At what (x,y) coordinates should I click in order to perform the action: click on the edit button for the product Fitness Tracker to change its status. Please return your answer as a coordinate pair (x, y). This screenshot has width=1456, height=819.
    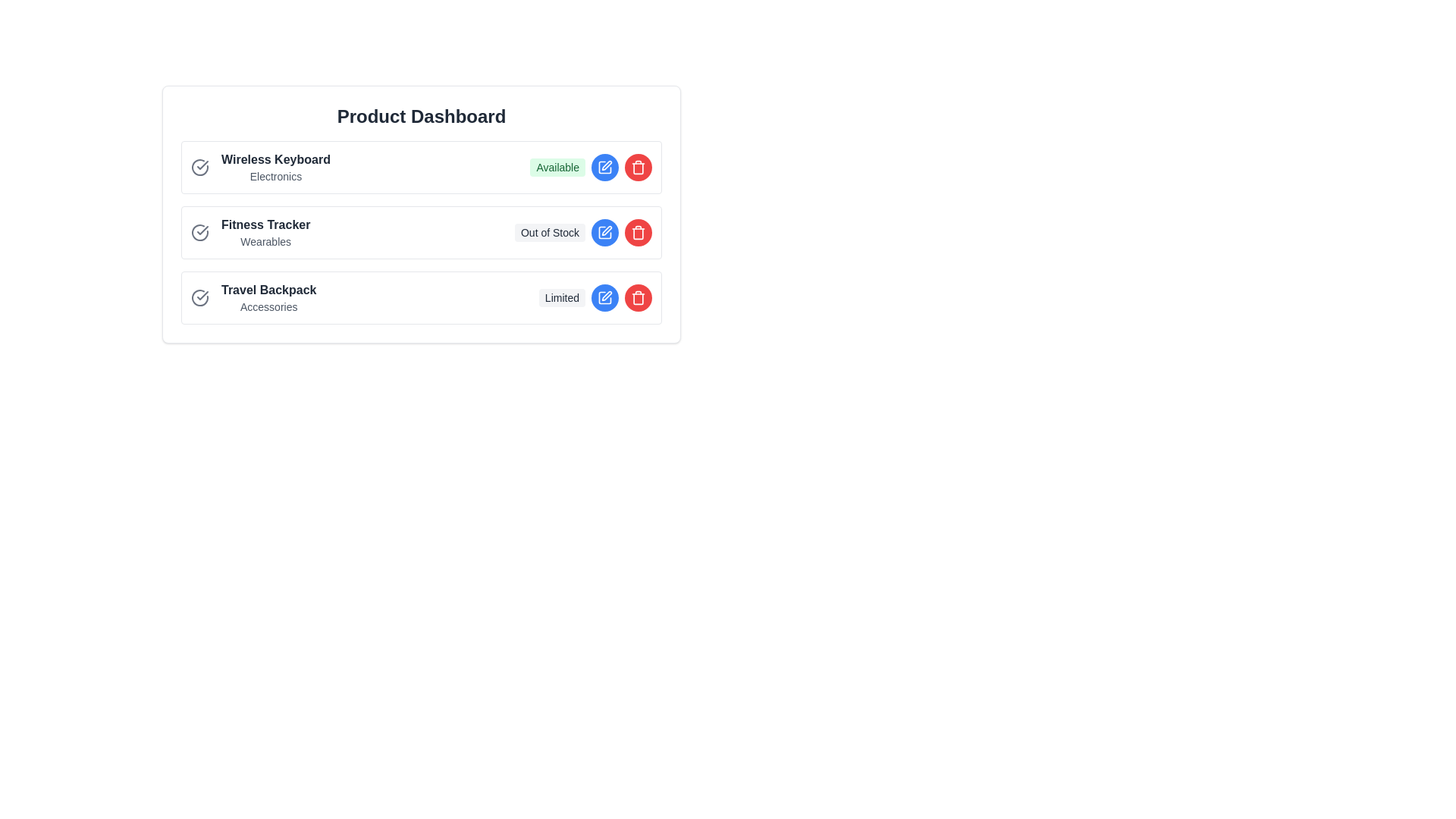
    Looking at the image, I should click on (604, 233).